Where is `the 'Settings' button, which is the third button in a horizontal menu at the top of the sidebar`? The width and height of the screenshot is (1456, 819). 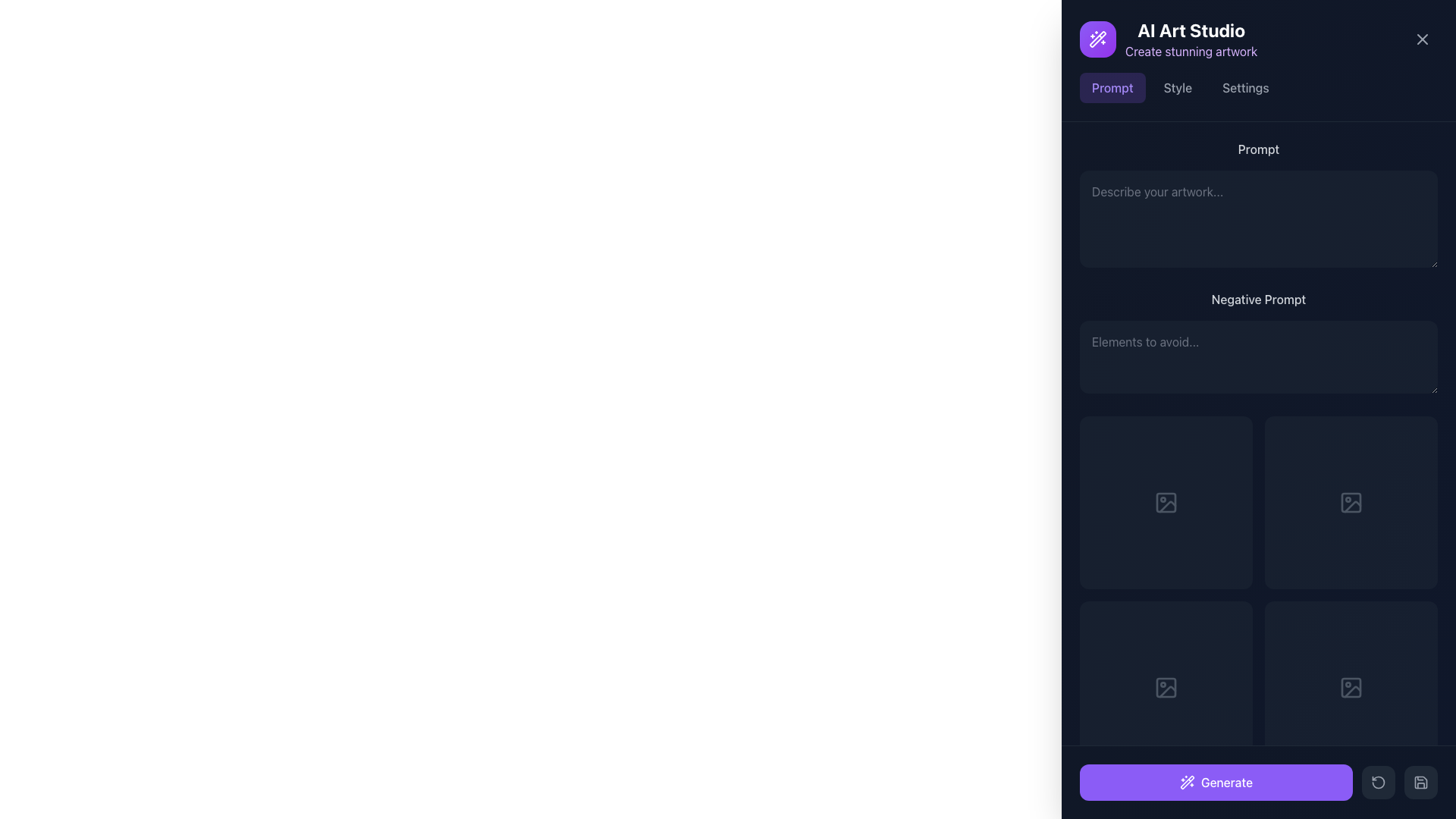 the 'Settings' button, which is the third button in a horizontal menu at the top of the sidebar is located at coordinates (1245, 87).